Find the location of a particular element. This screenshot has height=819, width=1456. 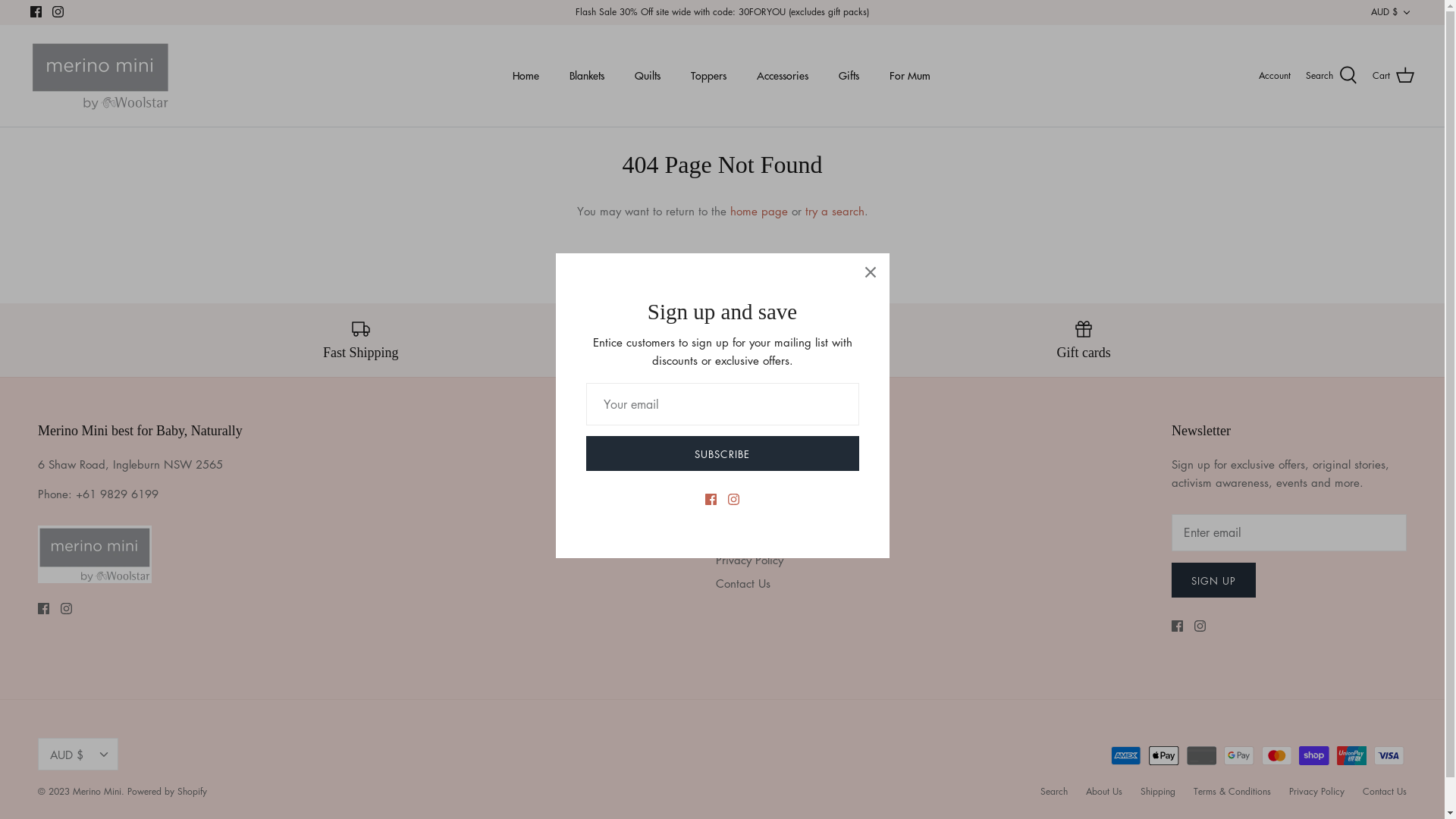

'Search' is located at coordinates (1040, 790).